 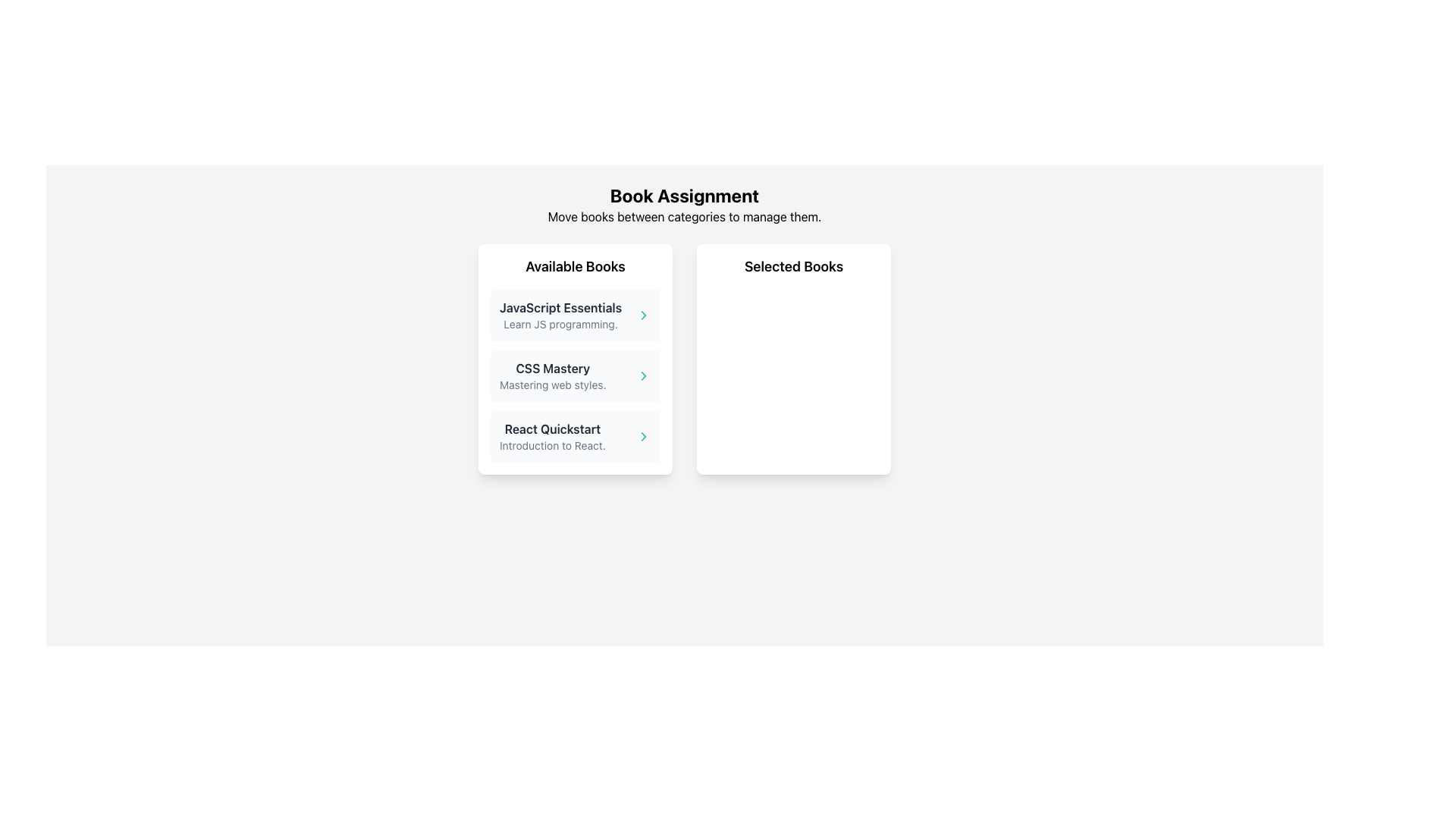 I want to click on the text label displaying 'Introduction to React.' located beneath the title 'React Quickstart' in the 'Available Books' list, so click(x=551, y=444).